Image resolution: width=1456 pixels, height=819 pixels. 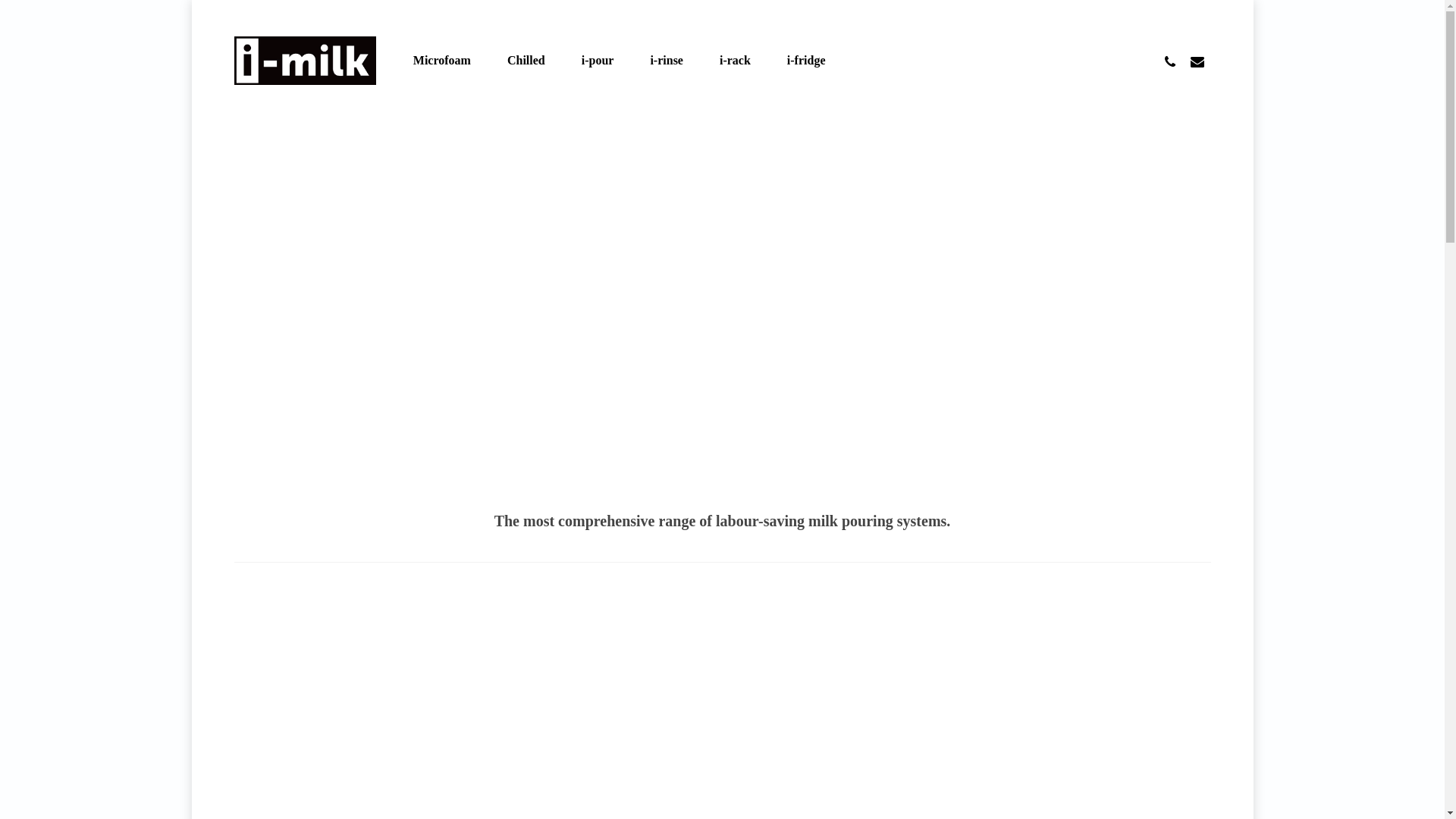 What do you see at coordinates (719, 60) in the screenshot?
I see `'i-rack'` at bounding box center [719, 60].